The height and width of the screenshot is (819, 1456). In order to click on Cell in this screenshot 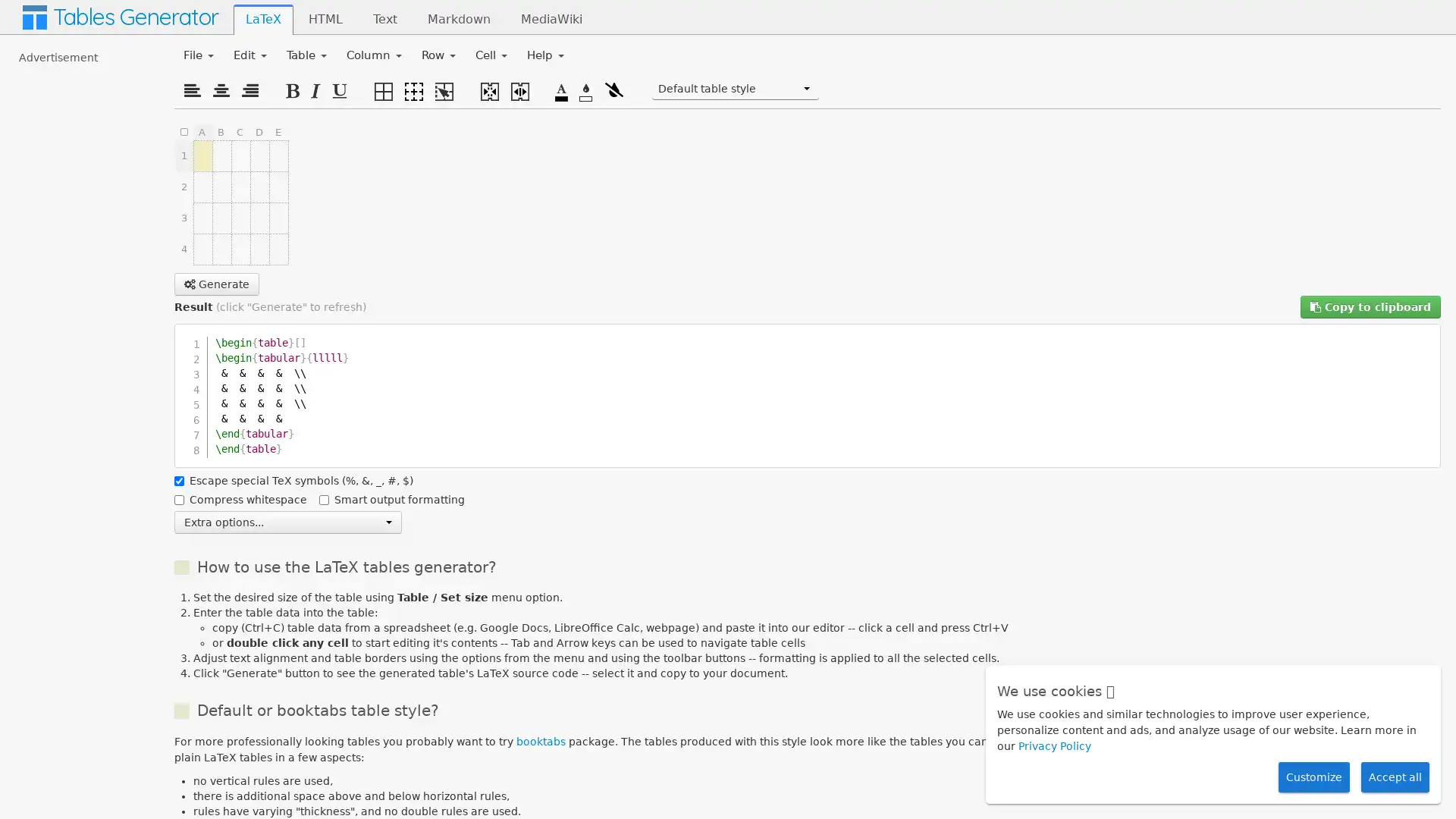, I will do `click(491, 55)`.